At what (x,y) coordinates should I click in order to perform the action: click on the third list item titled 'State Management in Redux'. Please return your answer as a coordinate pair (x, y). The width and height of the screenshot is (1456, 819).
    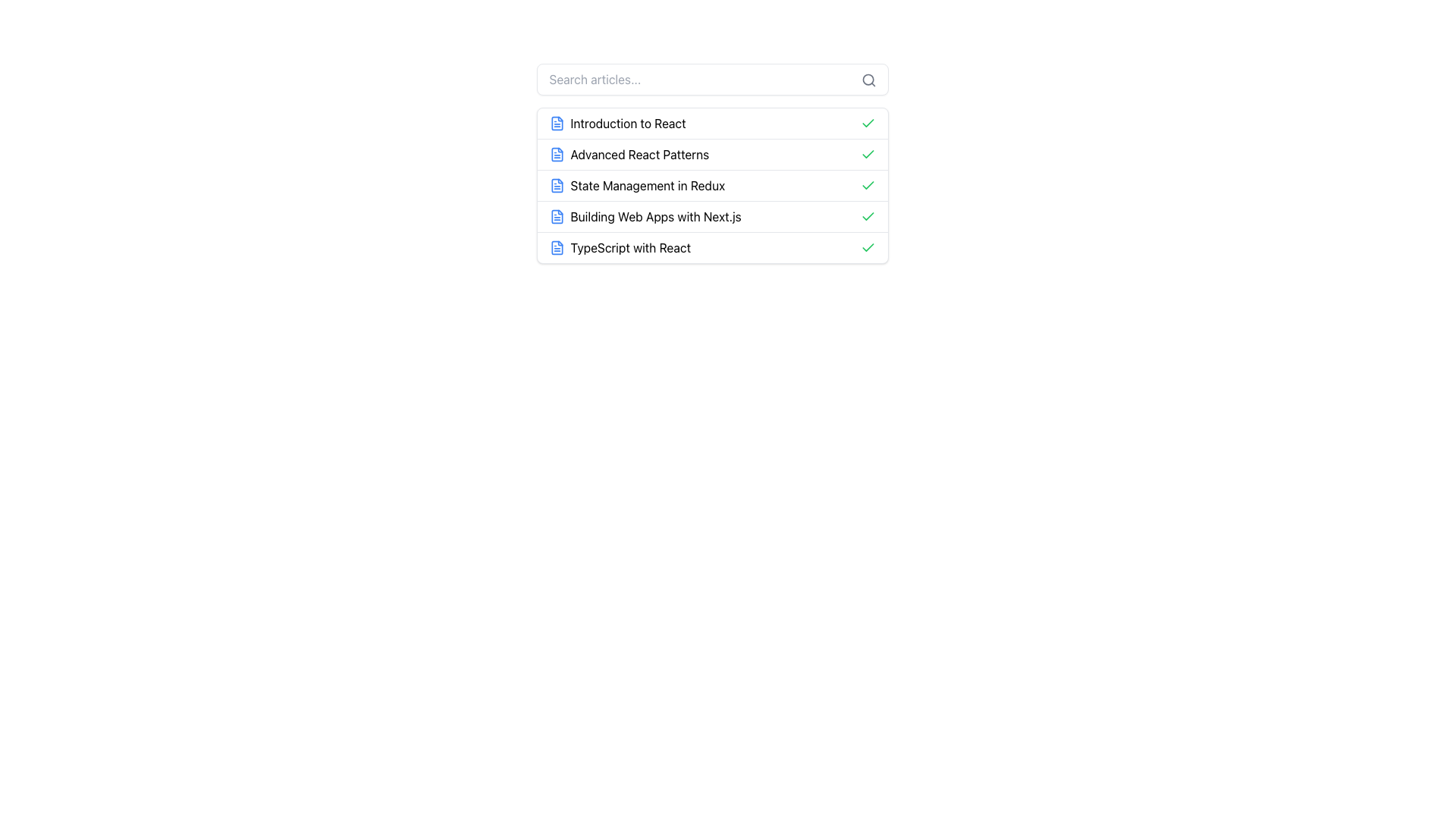
    Looking at the image, I should click on (711, 184).